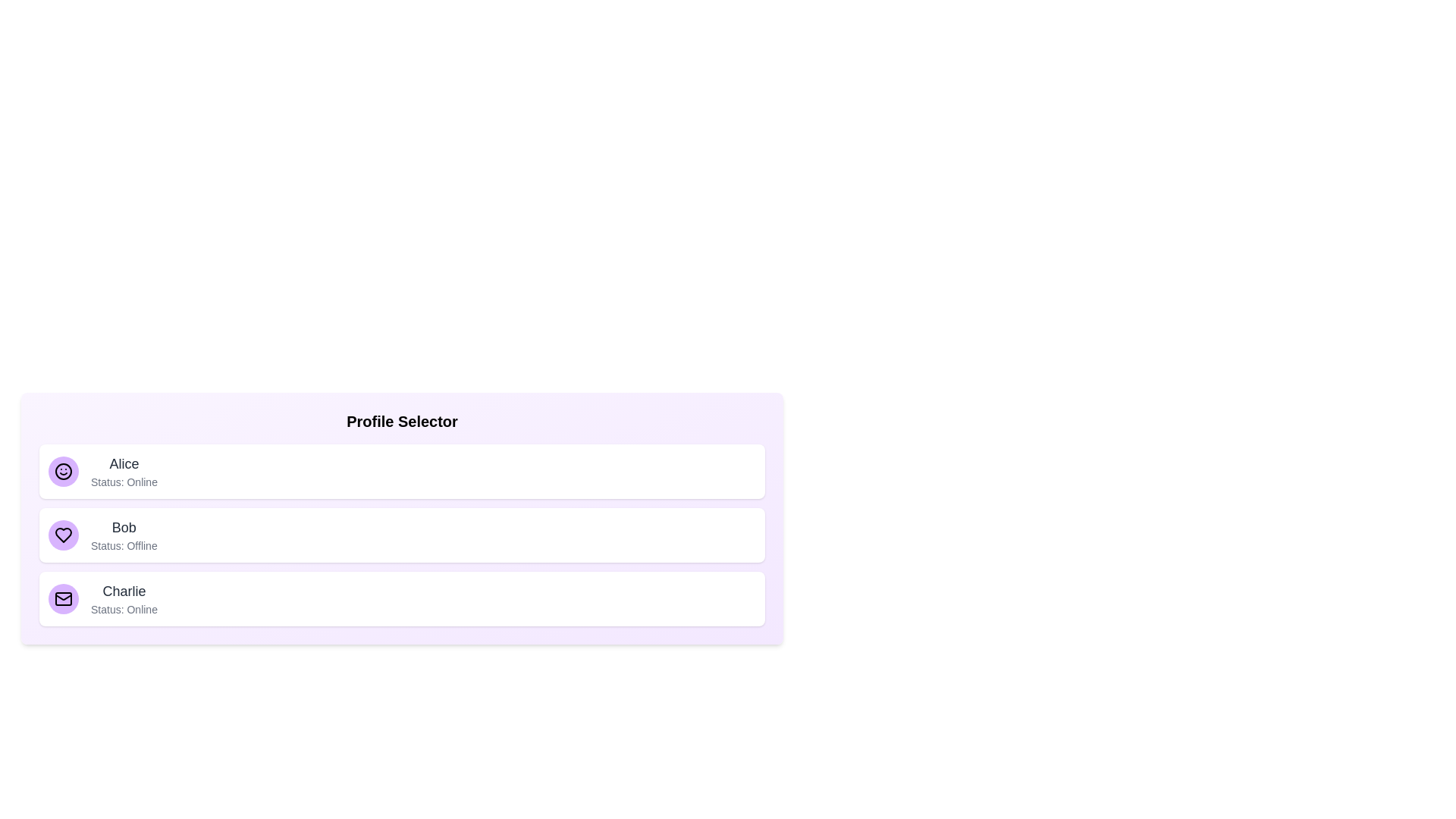  Describe the element at coordinates (402, 534) in the screenshot. I see `the profile named Bob to select it` at that location.